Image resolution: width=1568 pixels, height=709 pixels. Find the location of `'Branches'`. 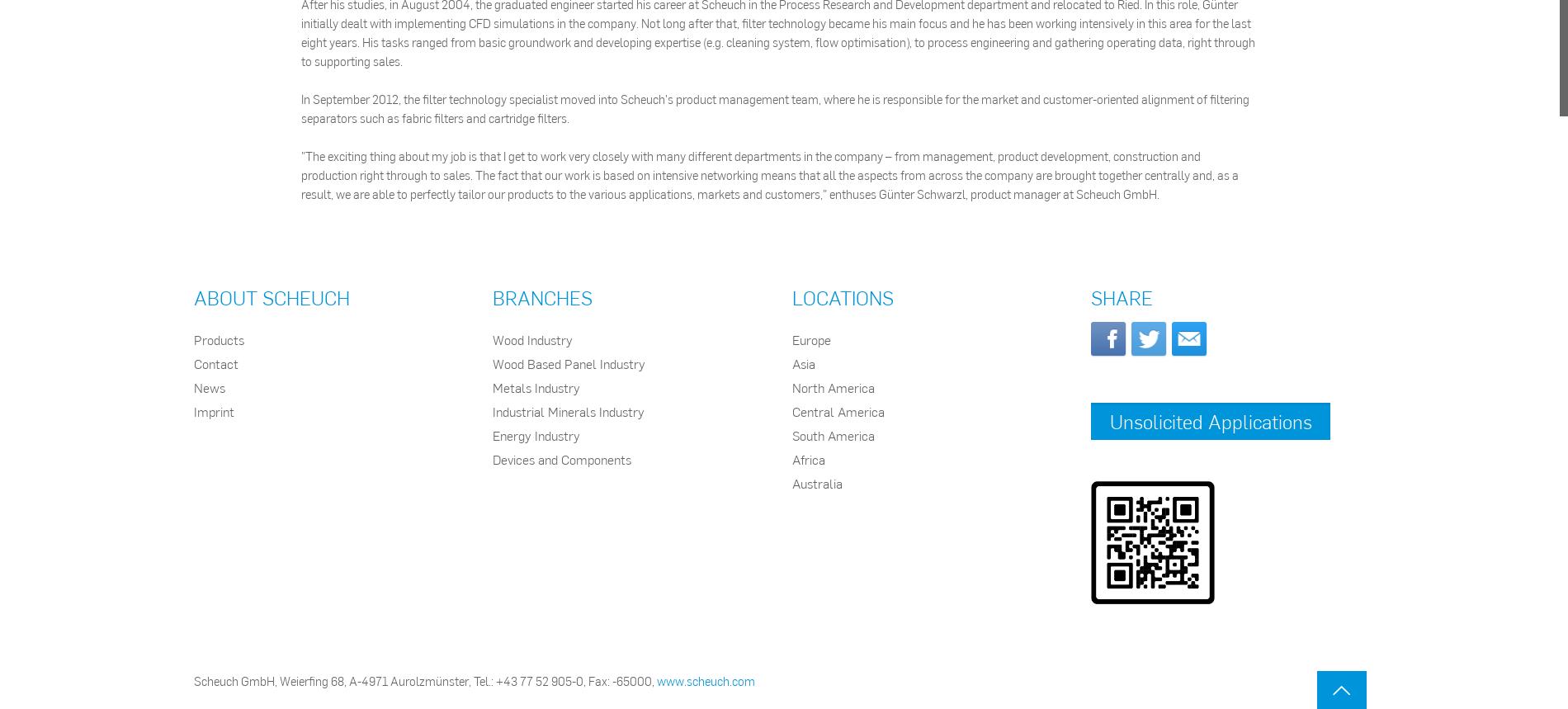

'Branches' is located at coordinates (492, 296).